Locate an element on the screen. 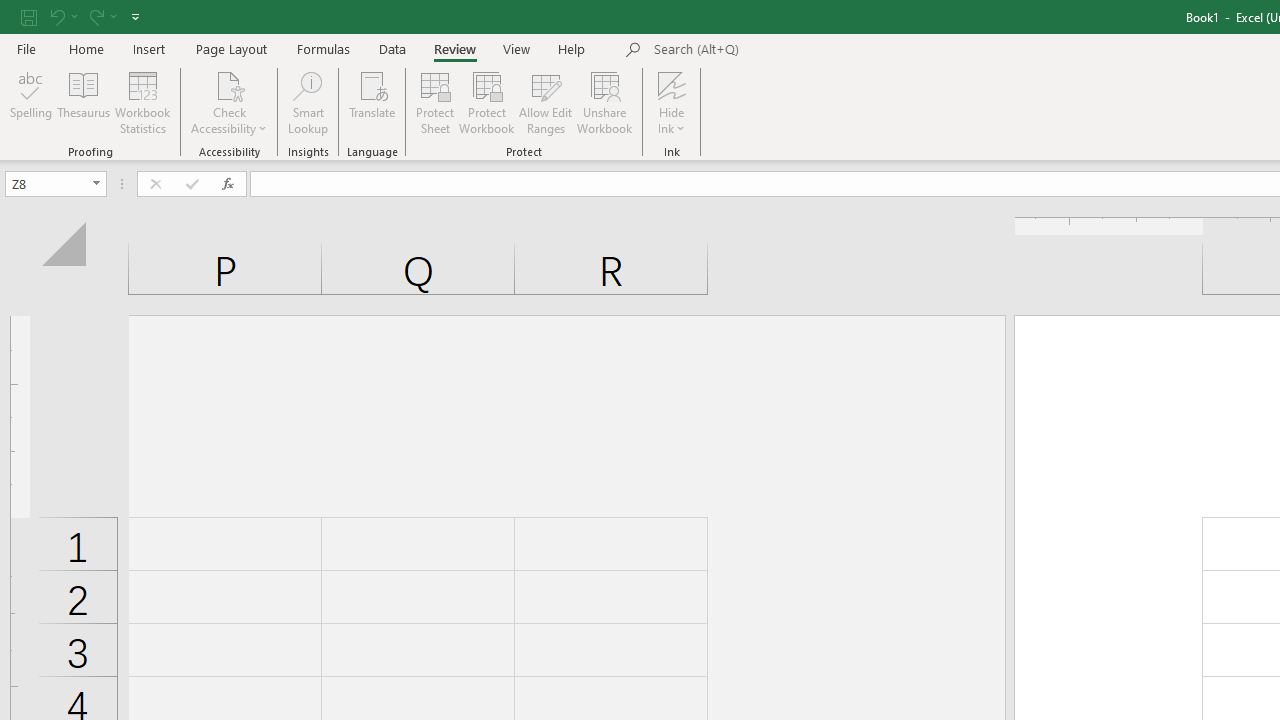 This screenshot has width=1280, height=720. 'Review' is located at coordinates (454, 48).